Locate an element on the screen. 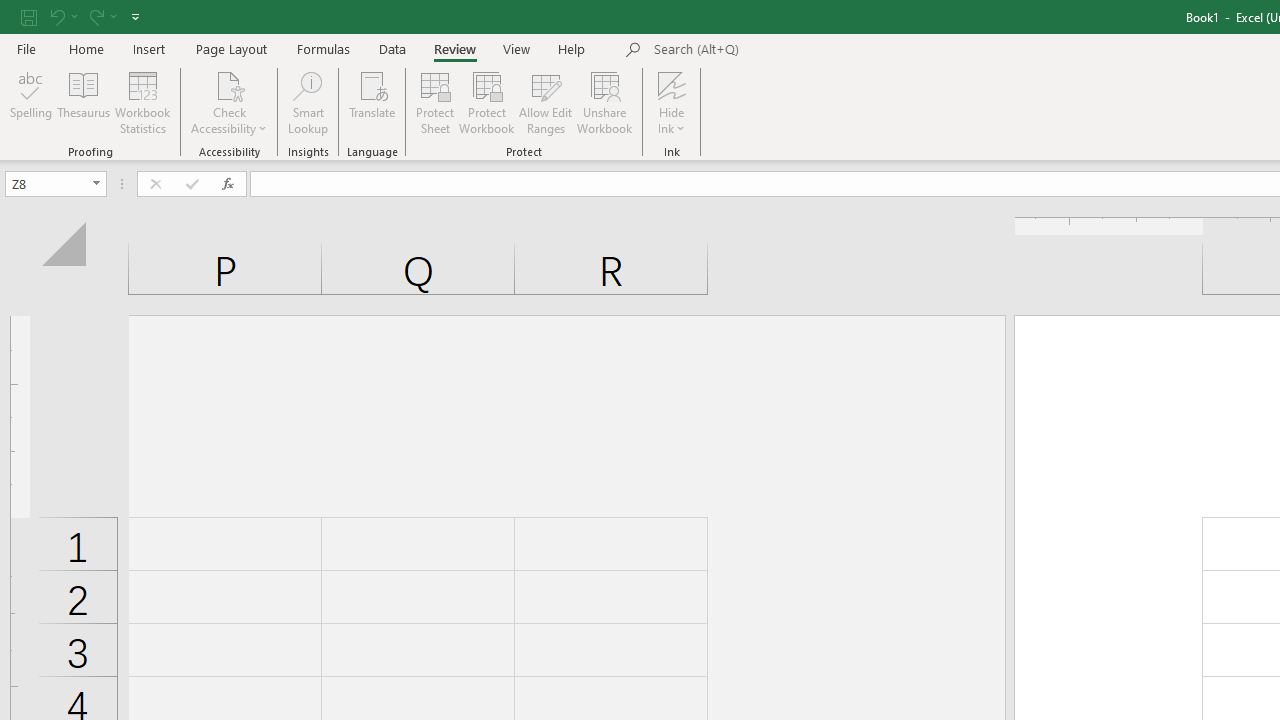 This screenshot has width=1280, height=720. 'Review' is located at coordinates (454, 48).